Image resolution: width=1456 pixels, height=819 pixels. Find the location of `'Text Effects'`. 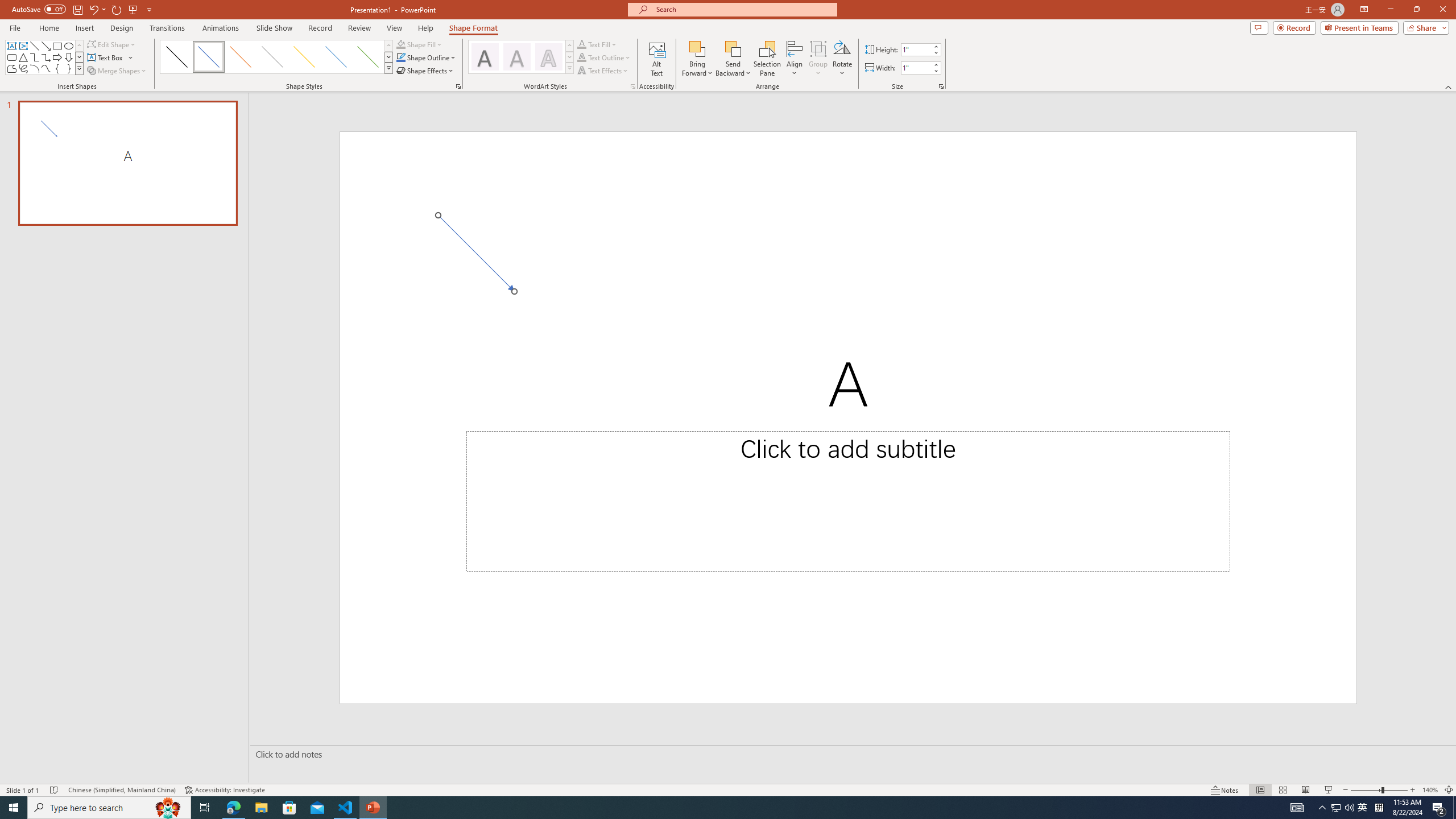

'Text Effects' is located at coordinates (603, 69).